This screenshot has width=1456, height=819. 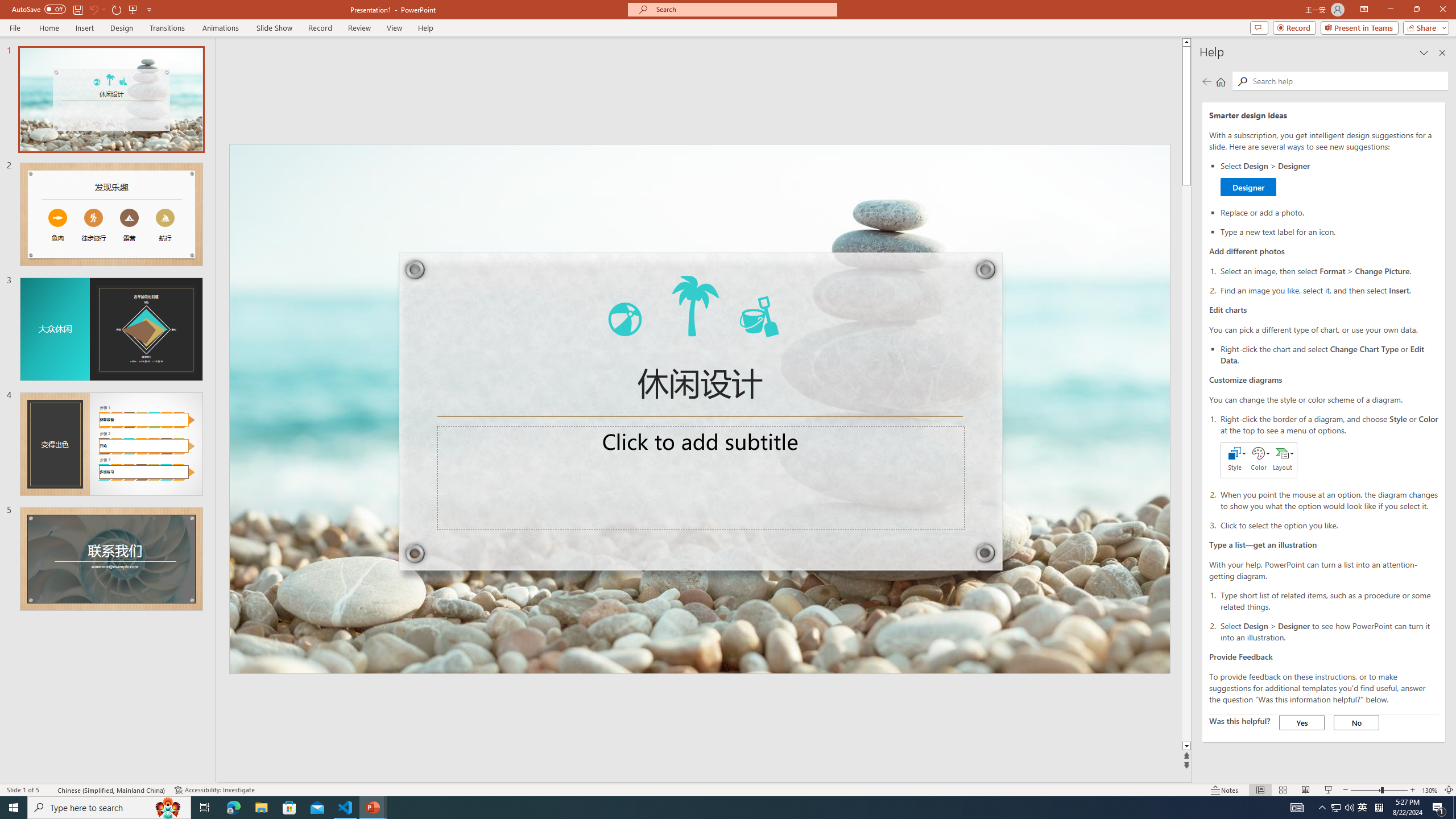 What do you see at coordinates (1329, 270) in the screenshot?
I see `'Select an image, then select Format > Change Picture.'` at bounding box center [1329, 270].